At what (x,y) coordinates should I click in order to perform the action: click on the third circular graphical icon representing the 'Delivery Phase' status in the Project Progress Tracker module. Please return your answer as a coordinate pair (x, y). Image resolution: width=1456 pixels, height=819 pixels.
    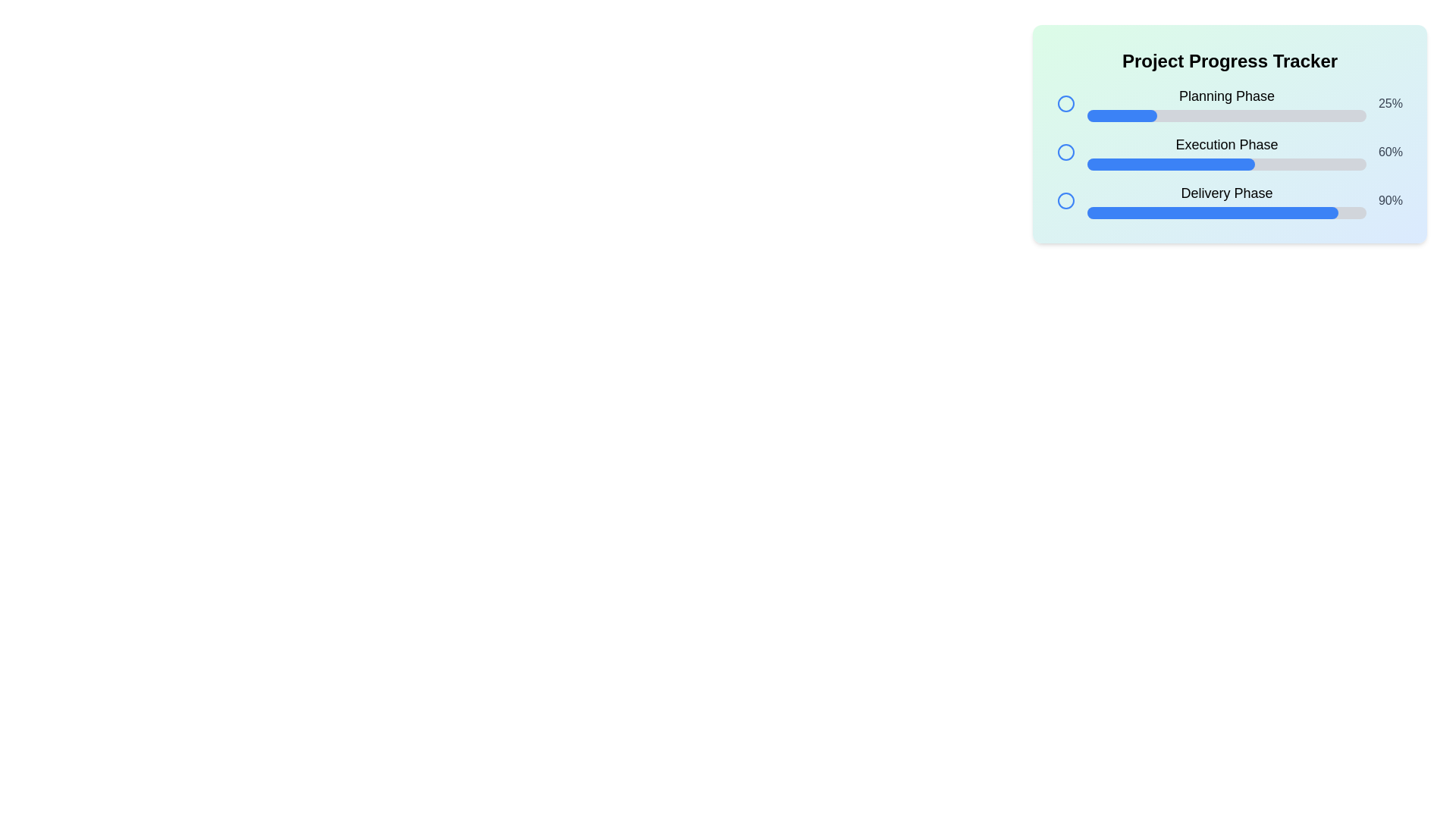
    Looking at the image, I should click on (1065, 200).